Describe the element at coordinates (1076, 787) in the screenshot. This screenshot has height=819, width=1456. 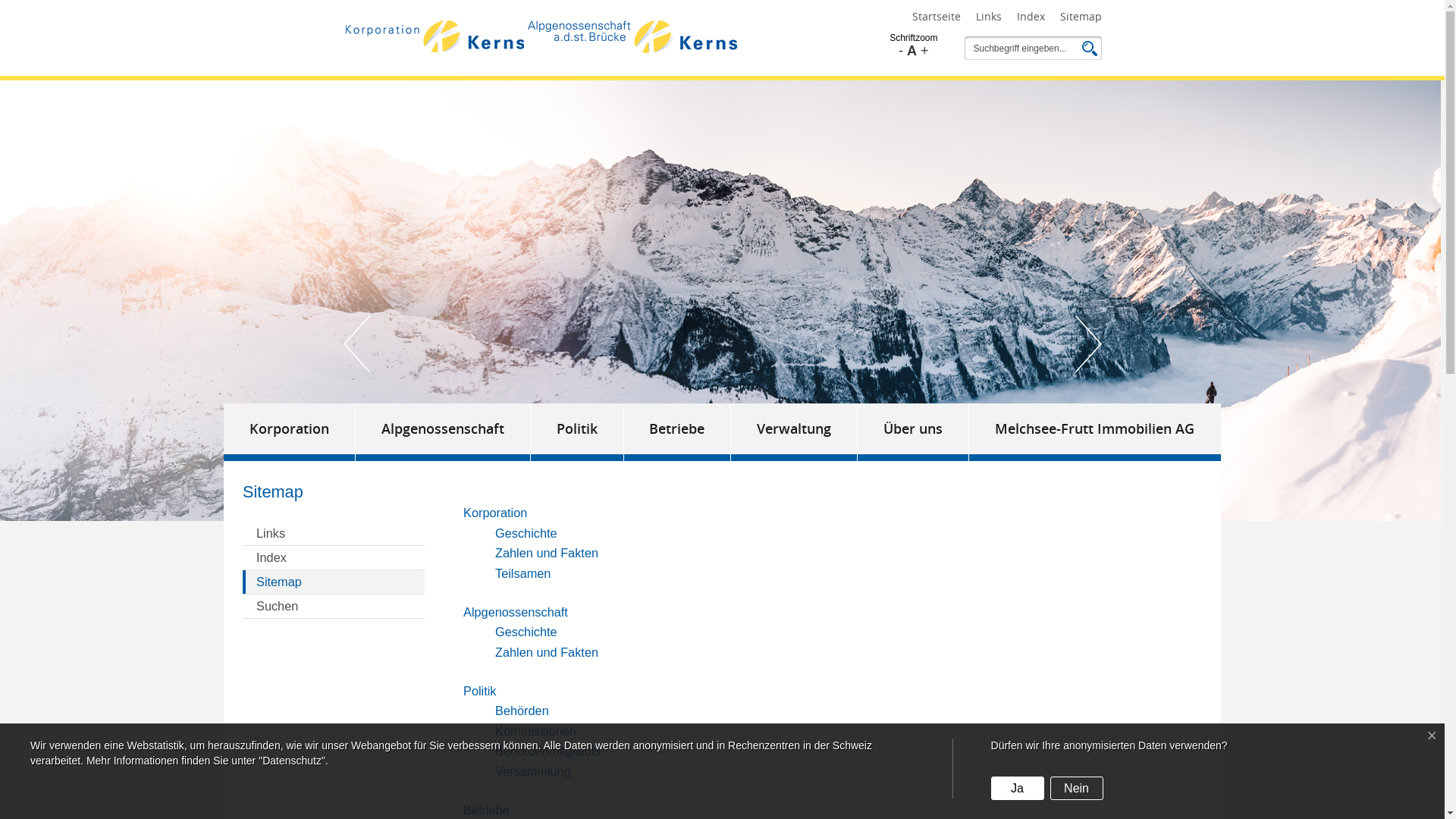
I see `'Nein'` at that location.